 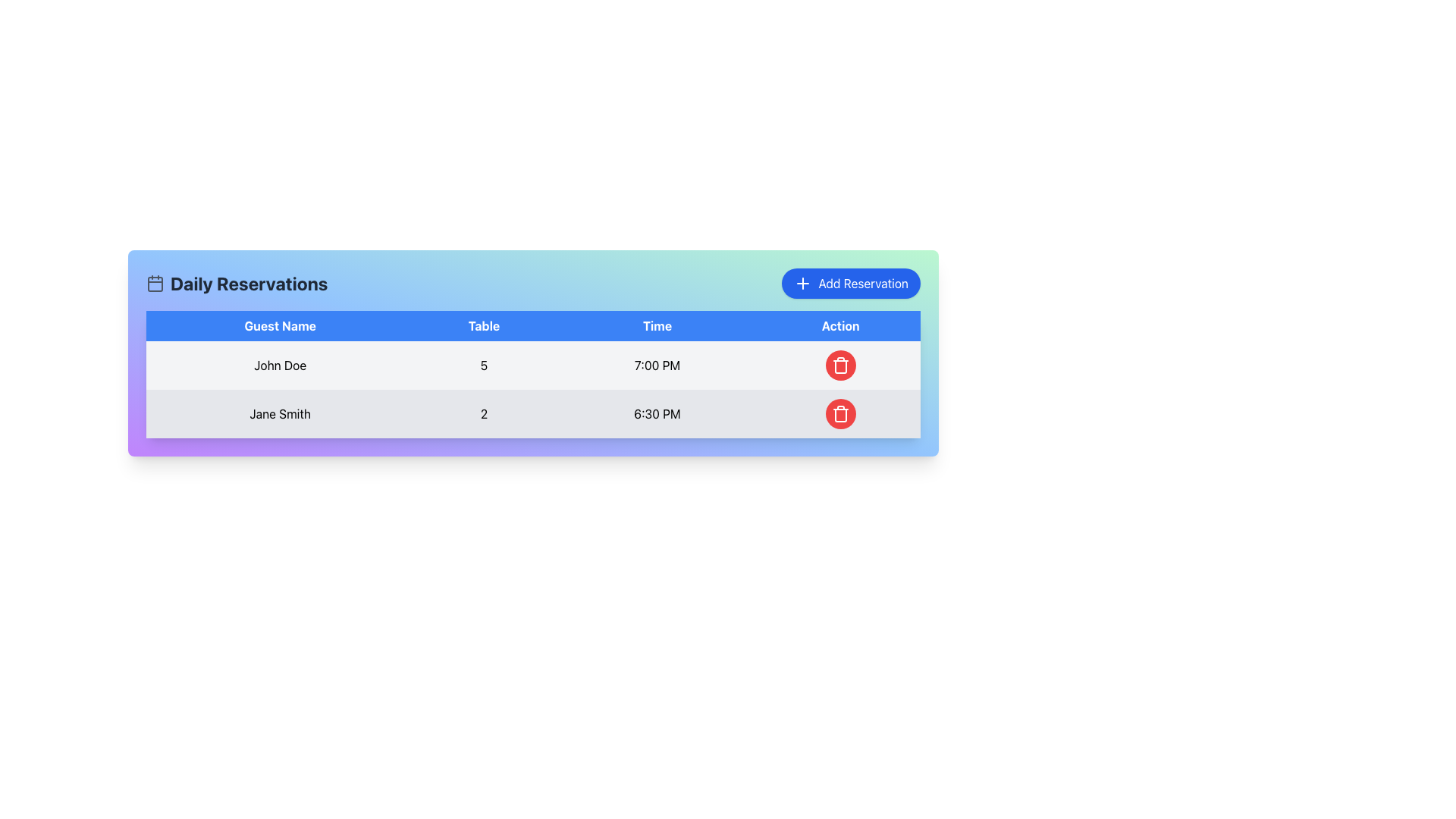 I want to click on the delete button in the 'Action' column of the 'Daily Reservations' section, corresponding to John Doe's reservation at Table 5 at 7:00 PM, so click(x=839, y=366).